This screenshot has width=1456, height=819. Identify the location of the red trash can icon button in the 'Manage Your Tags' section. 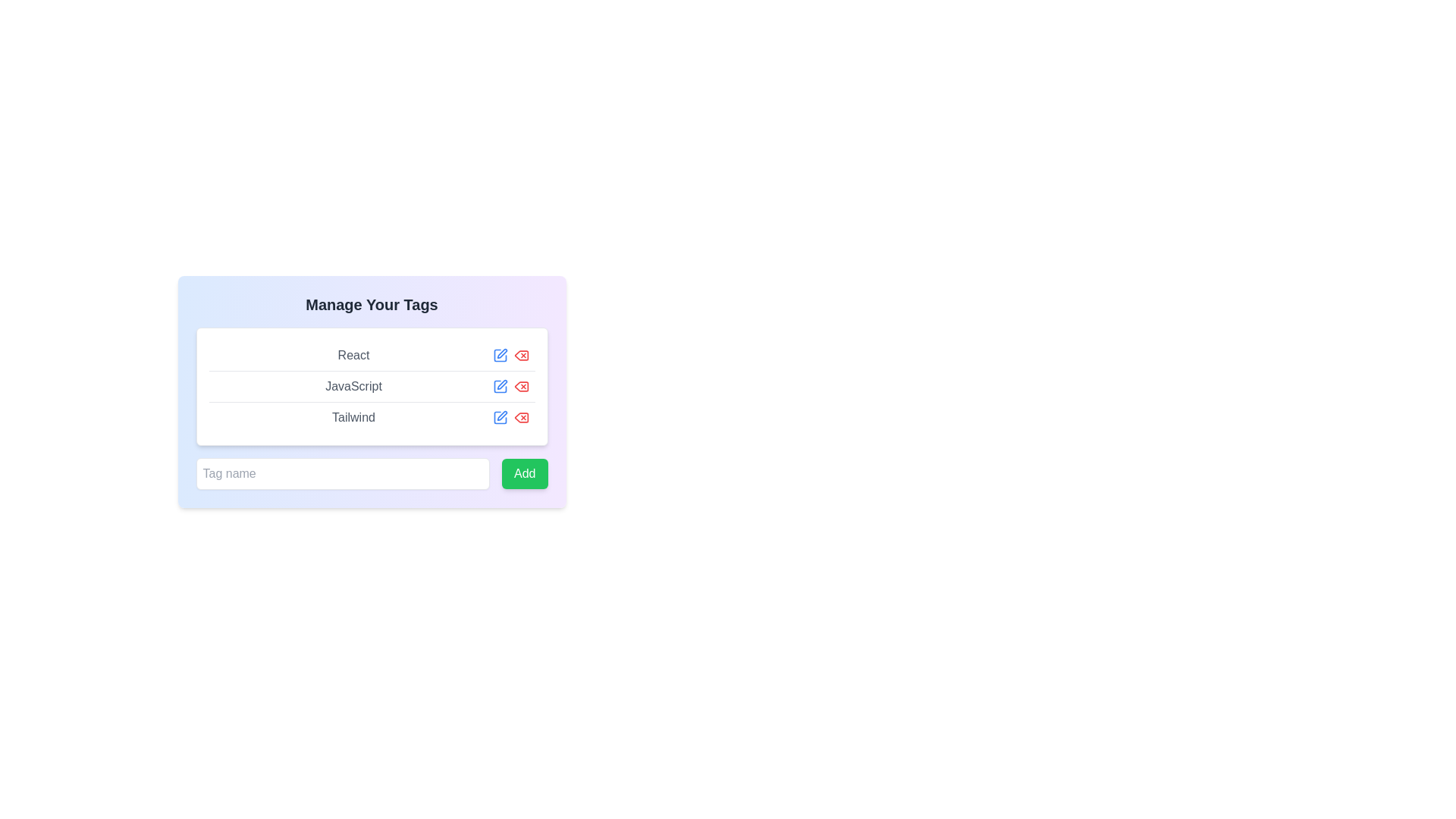
(521, 418).